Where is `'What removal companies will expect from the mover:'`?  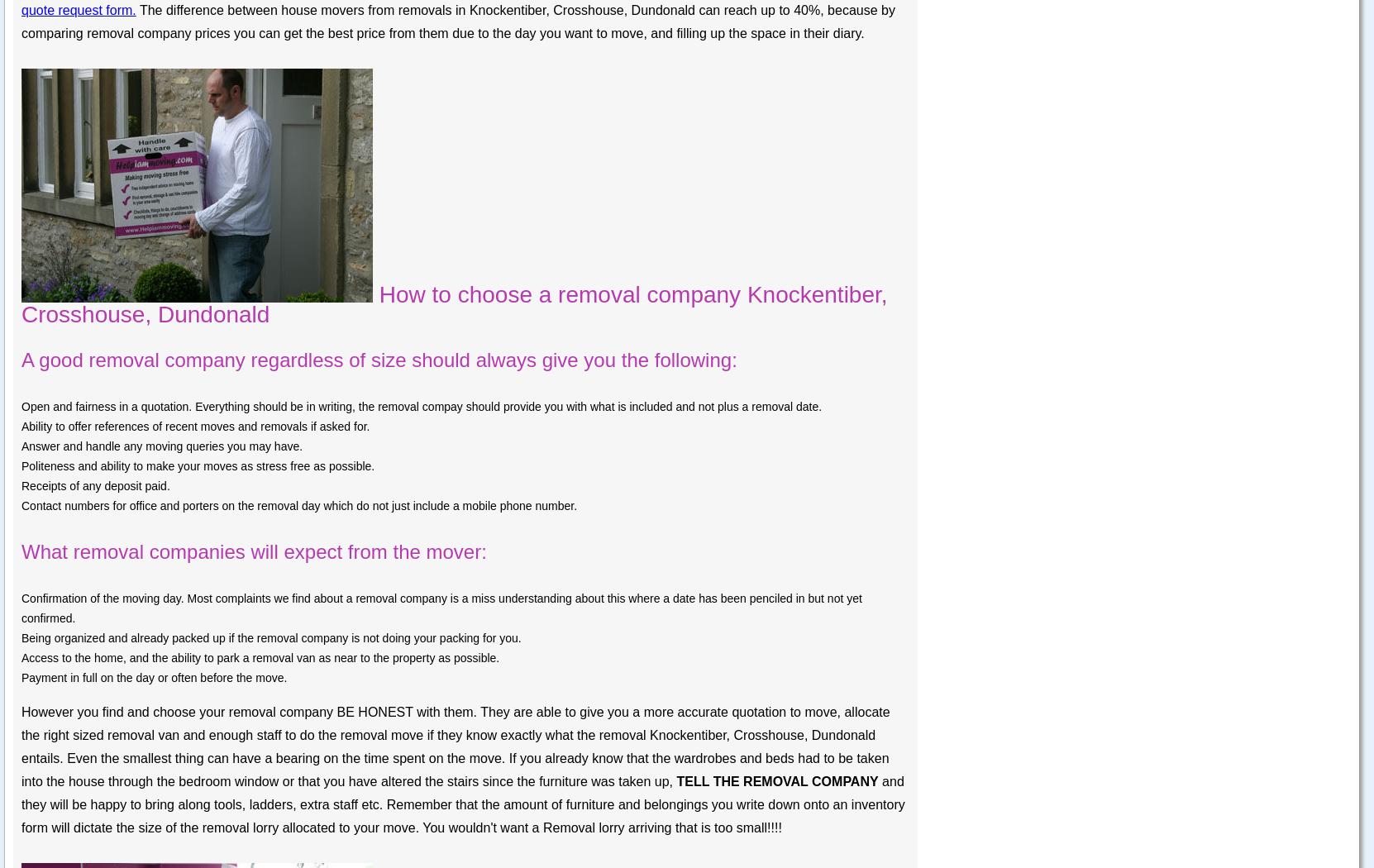
'What removal companies will expect from the mover:' is located at coordinates (253, 551).